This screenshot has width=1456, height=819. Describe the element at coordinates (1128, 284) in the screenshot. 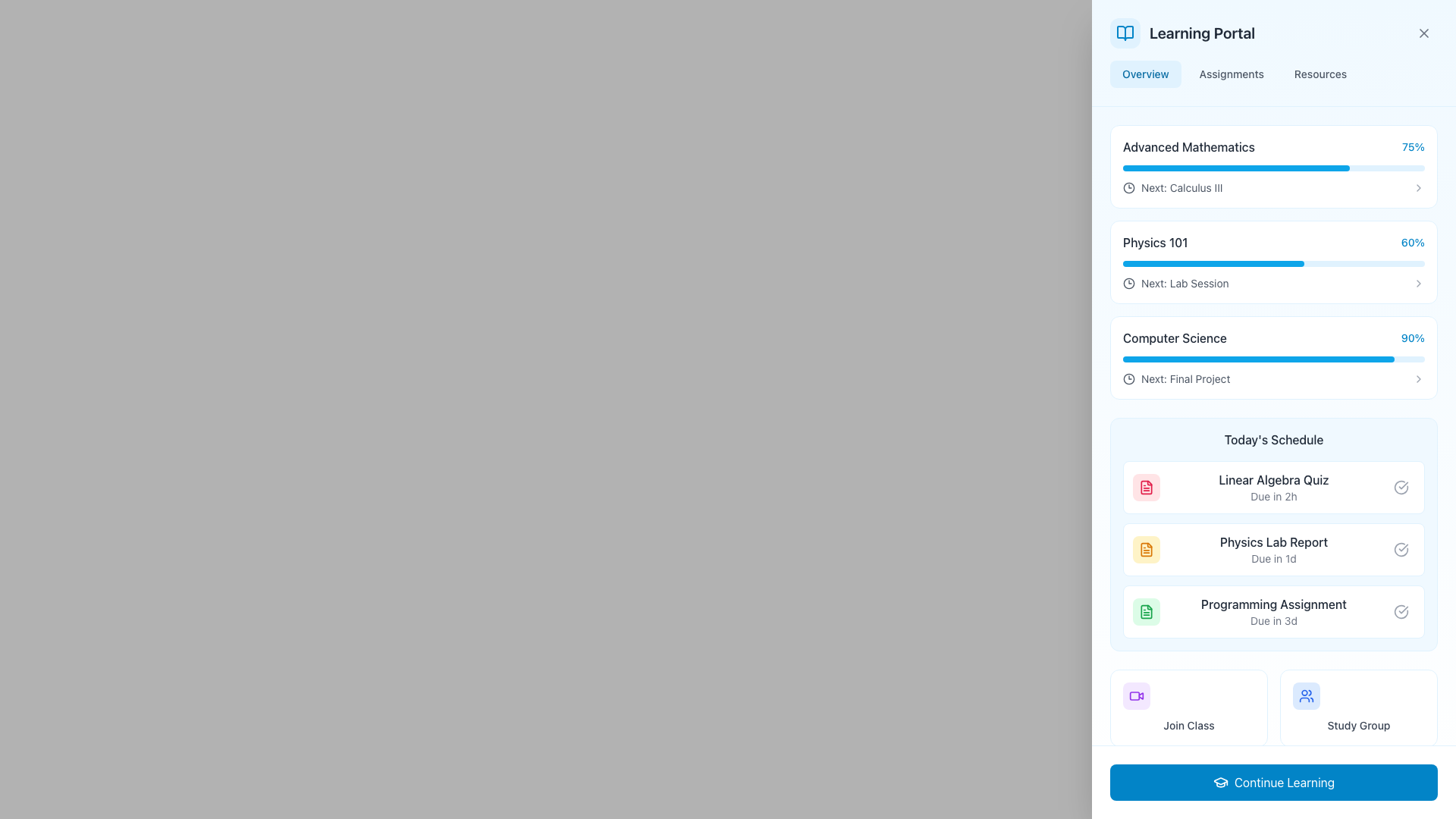

I see `the decorative circle element that serves as part of the clock-like icon adjacent to the 'Computer Science' progress bar` at that location.